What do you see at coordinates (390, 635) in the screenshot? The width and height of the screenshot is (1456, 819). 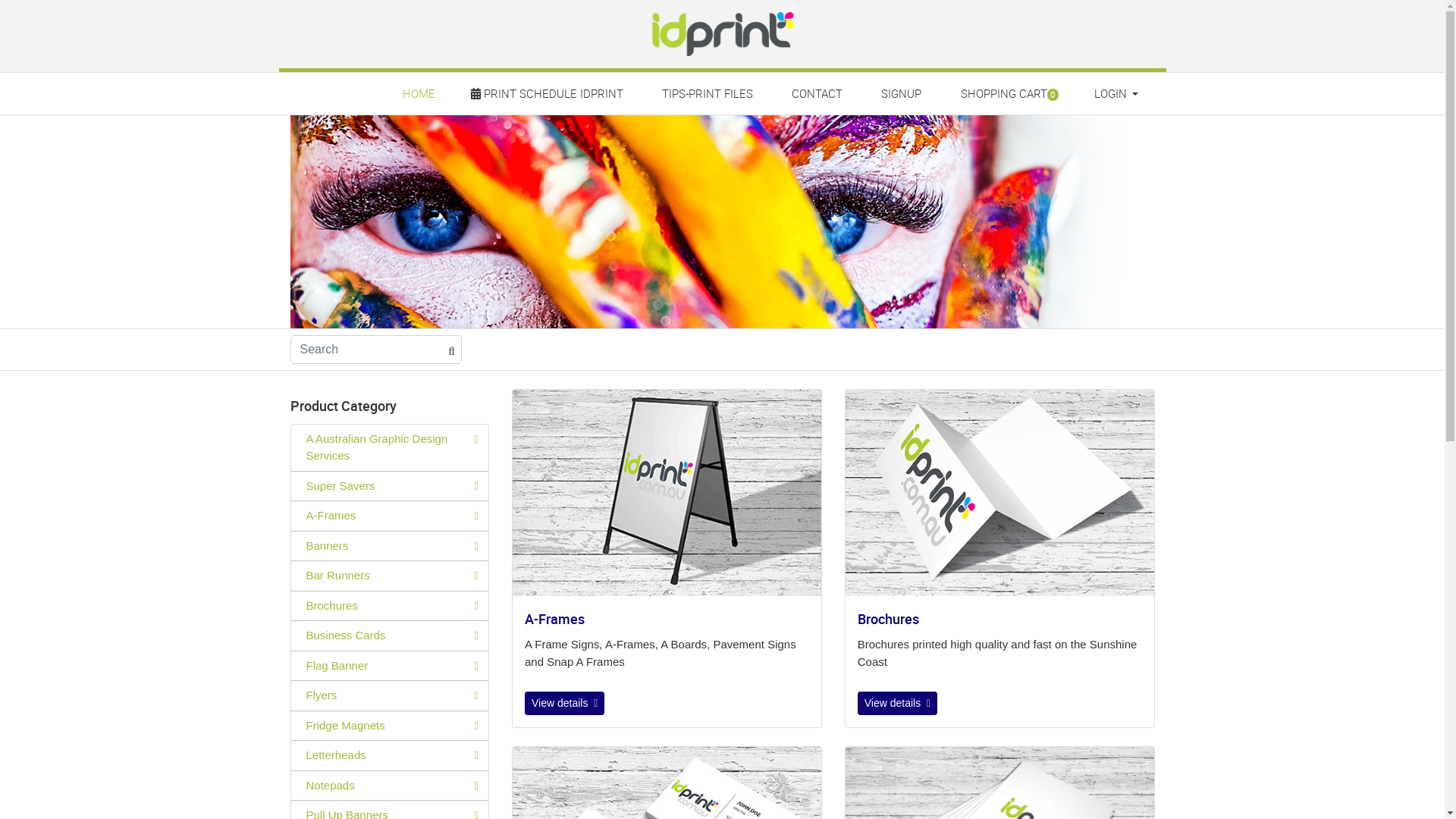 I see `'Business Cards'` at bounding box center [390, 635].